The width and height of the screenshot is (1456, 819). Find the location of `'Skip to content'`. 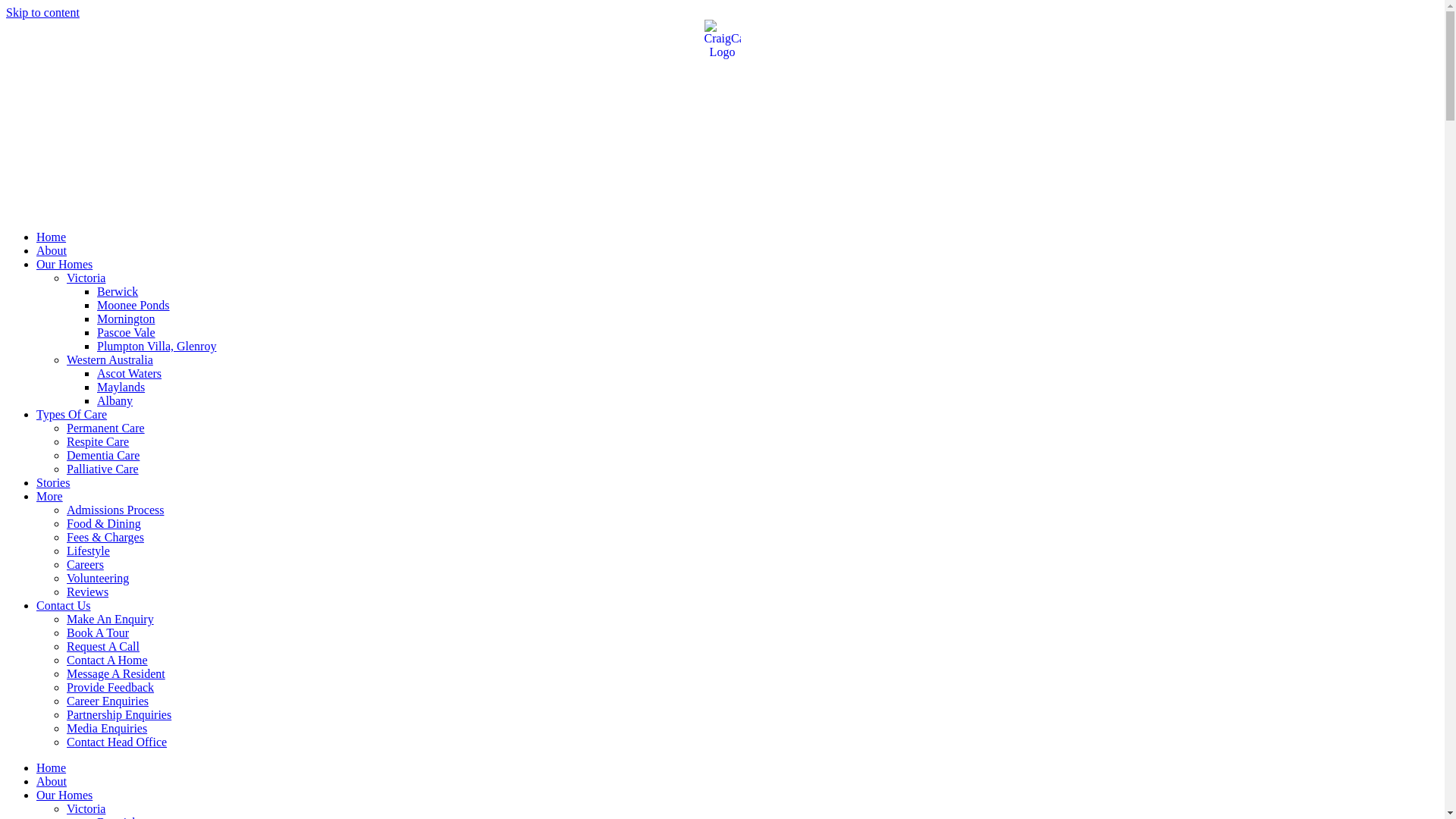

'Skip to content' is located at coordinates (42, 12).